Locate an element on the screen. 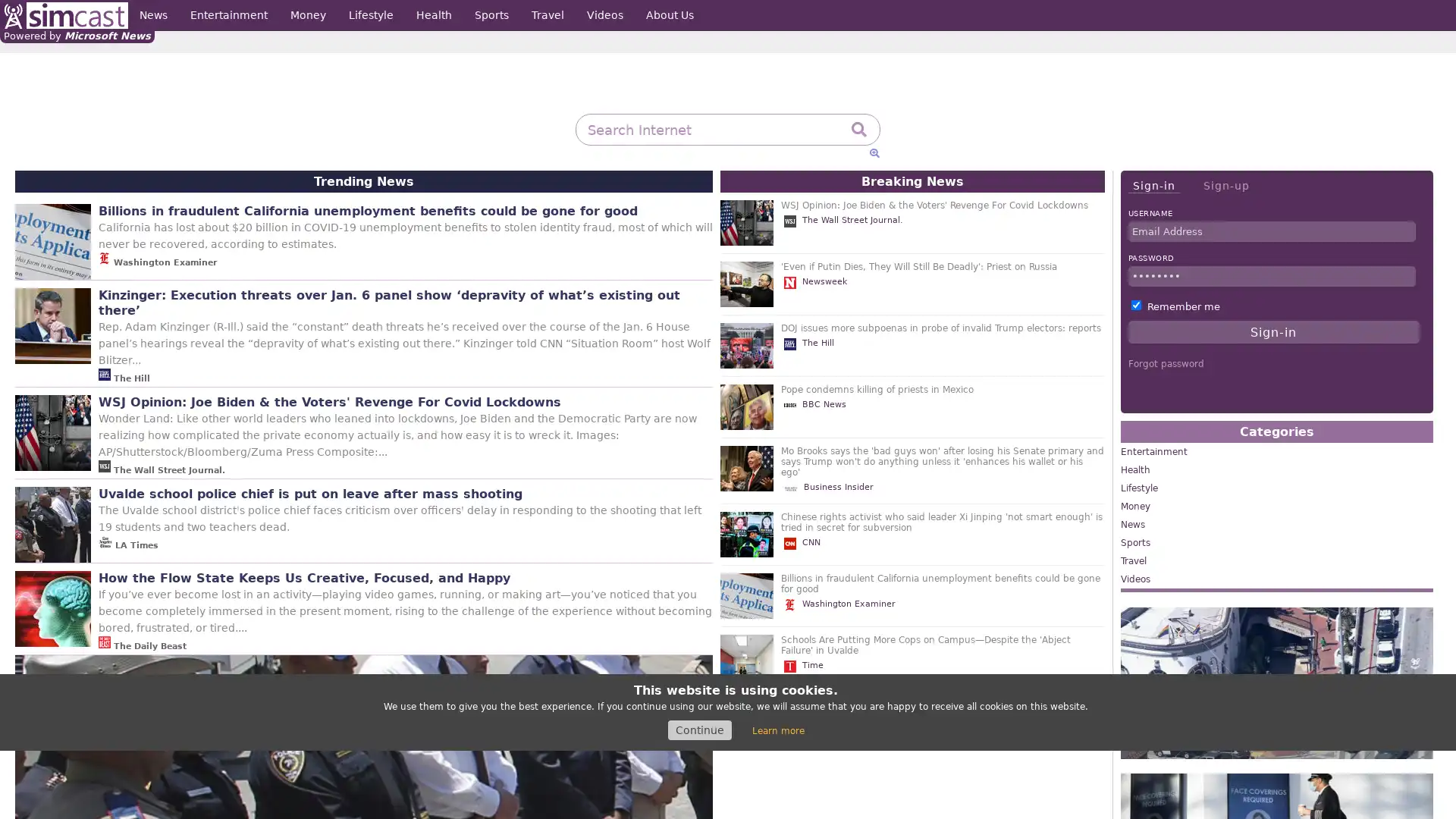 The width and height of the screenshot is (1456, 819). Sign-up is located at coordinates (1225, 185).